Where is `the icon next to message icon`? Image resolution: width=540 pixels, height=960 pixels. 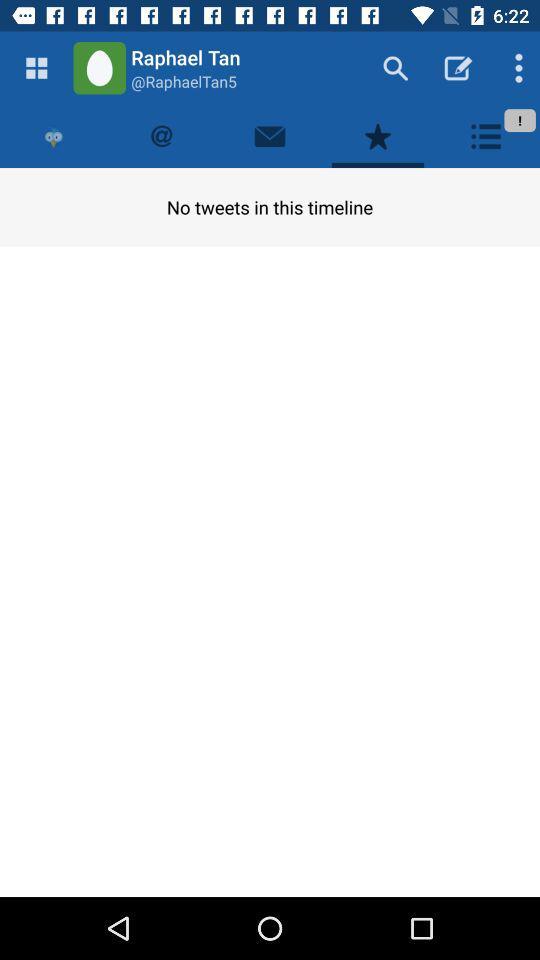
the icon next to message icon is located at coordinates (378, 135).